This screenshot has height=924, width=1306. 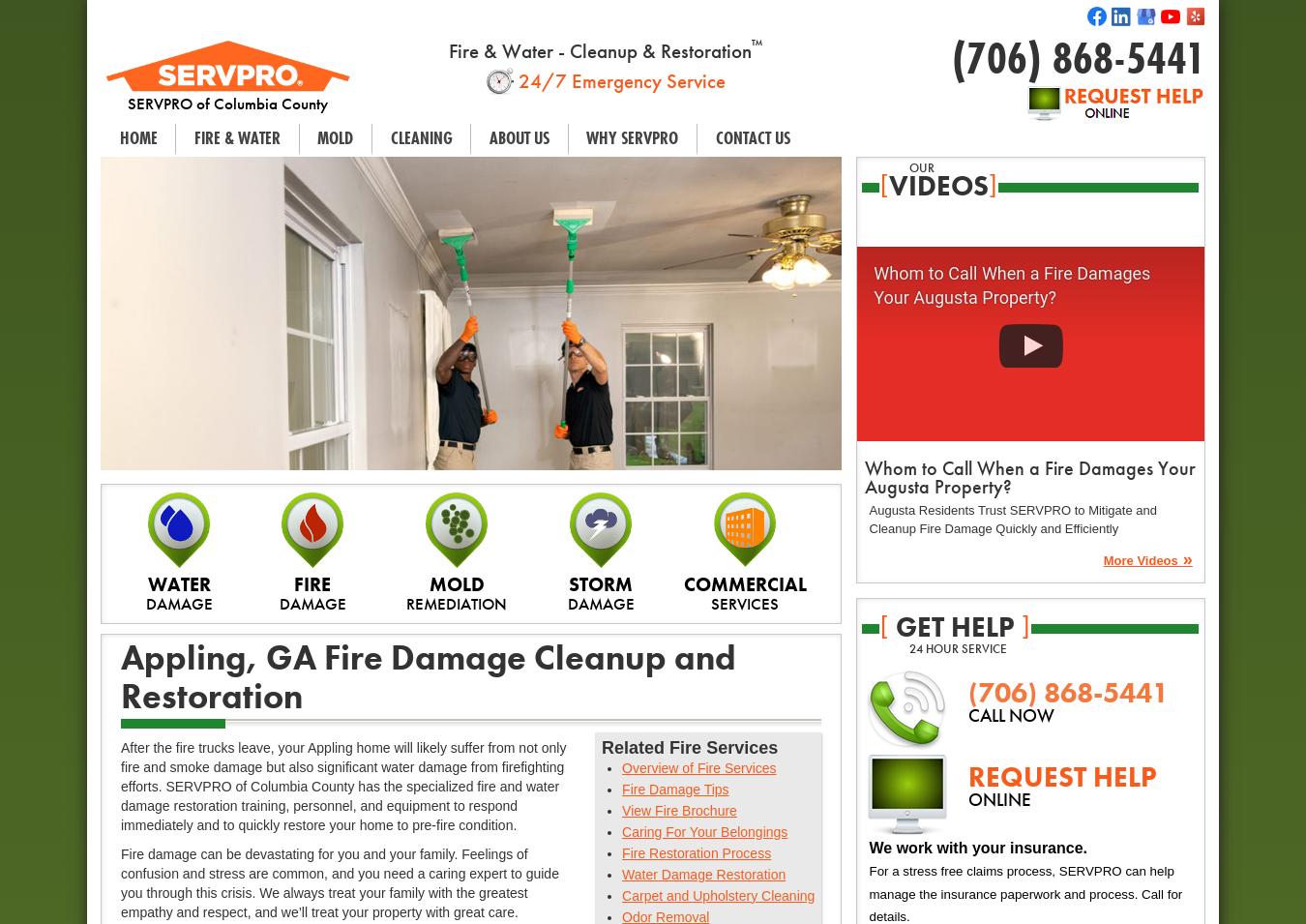 What do you see at coordinates (1010, 713) in the screenshot?
I see `'CALL NOW'` at bounding box center [1010, 713].